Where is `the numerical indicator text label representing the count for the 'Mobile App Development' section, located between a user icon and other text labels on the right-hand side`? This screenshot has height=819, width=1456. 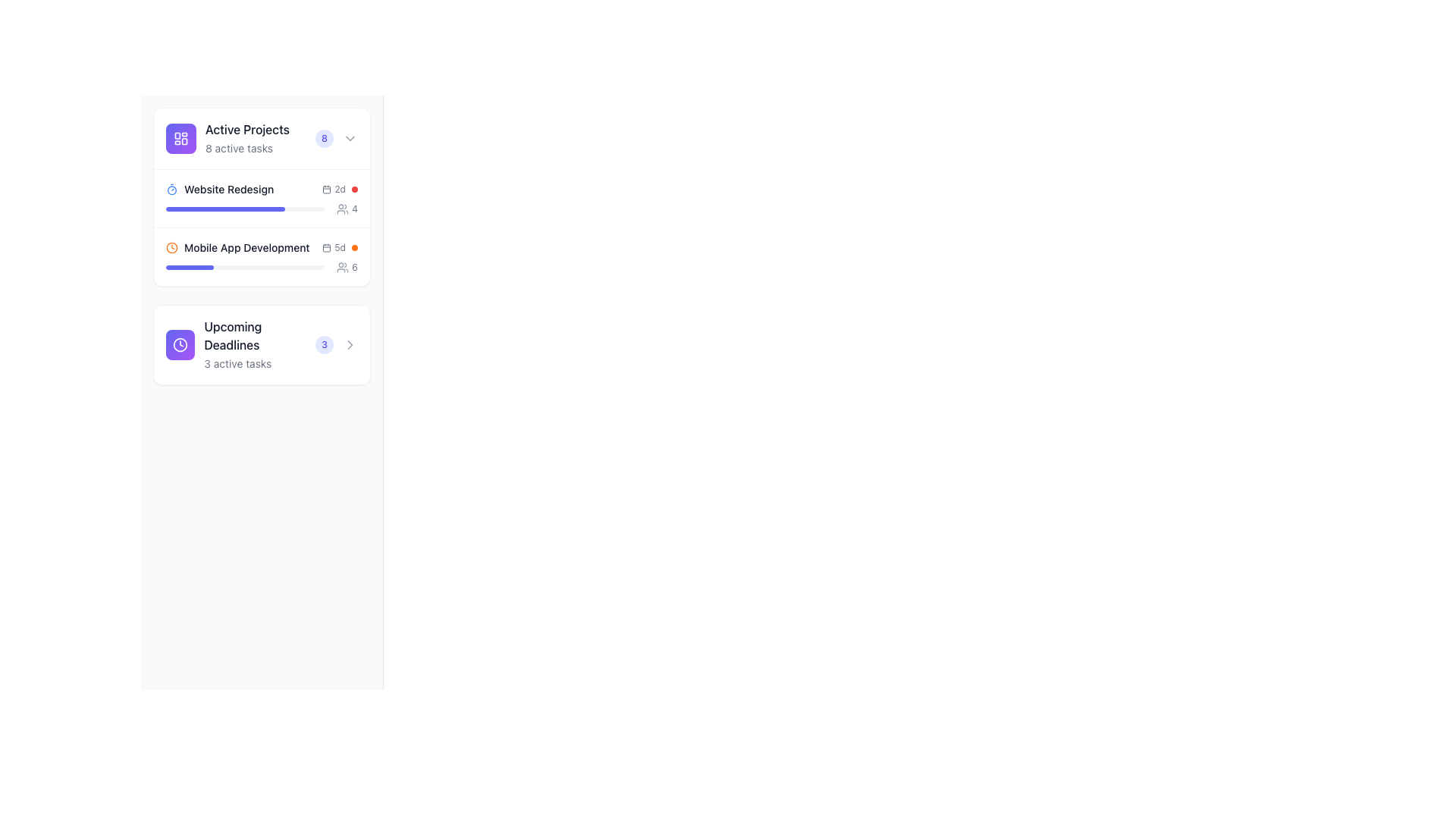 the numerical indicator text label representing the count for the 'Mobile App Development' section, located between a user icon and other text labels on the right-hand side is located at coordinates (354, 267).